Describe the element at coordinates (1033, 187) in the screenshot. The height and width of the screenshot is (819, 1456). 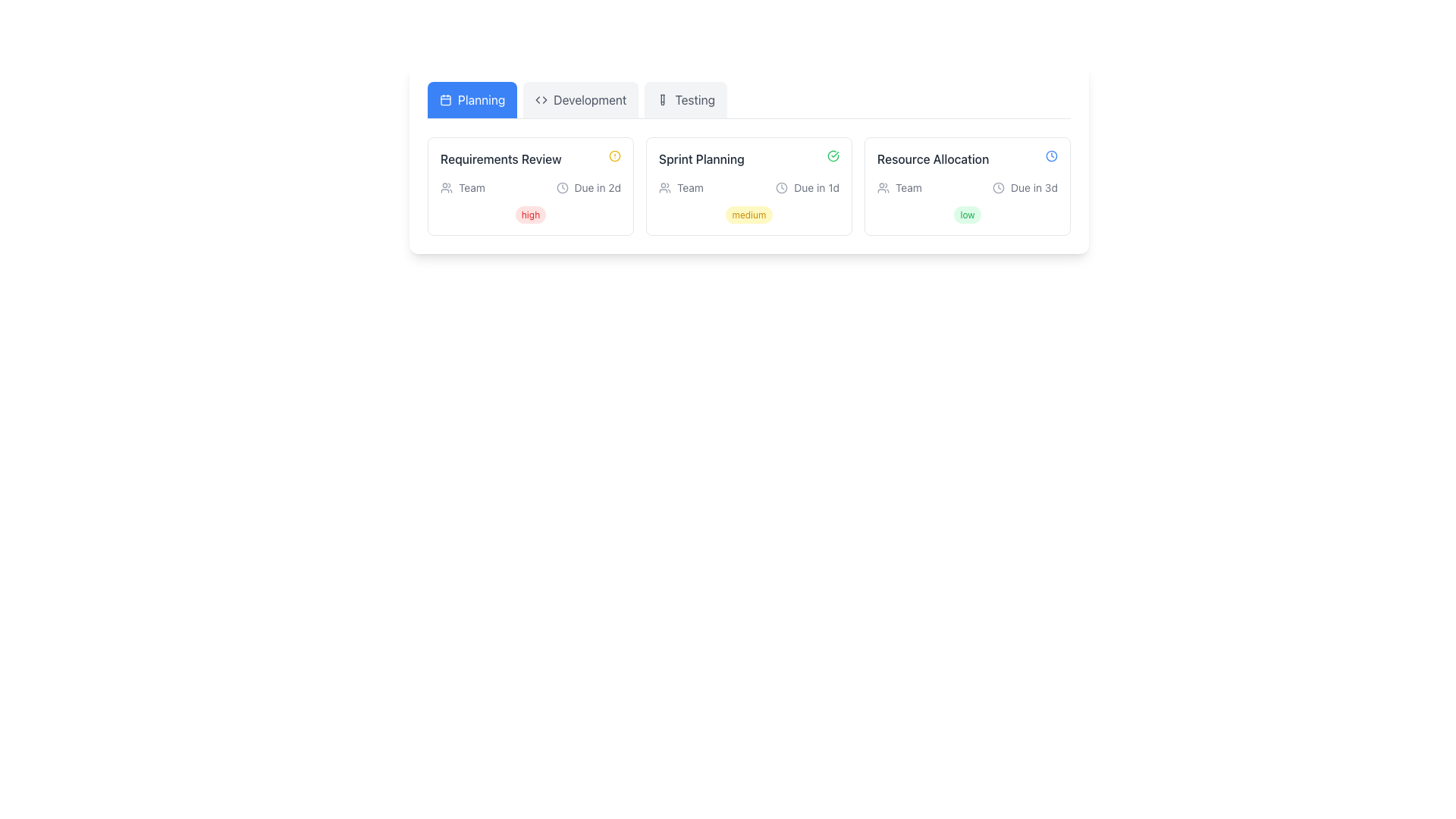
I see `the static text label that displays deadline information indicating that the associated task is due in 3 days, located to the right of a circular clock icon in the 'Resource Allocation' section of the Planning tab` at that location.